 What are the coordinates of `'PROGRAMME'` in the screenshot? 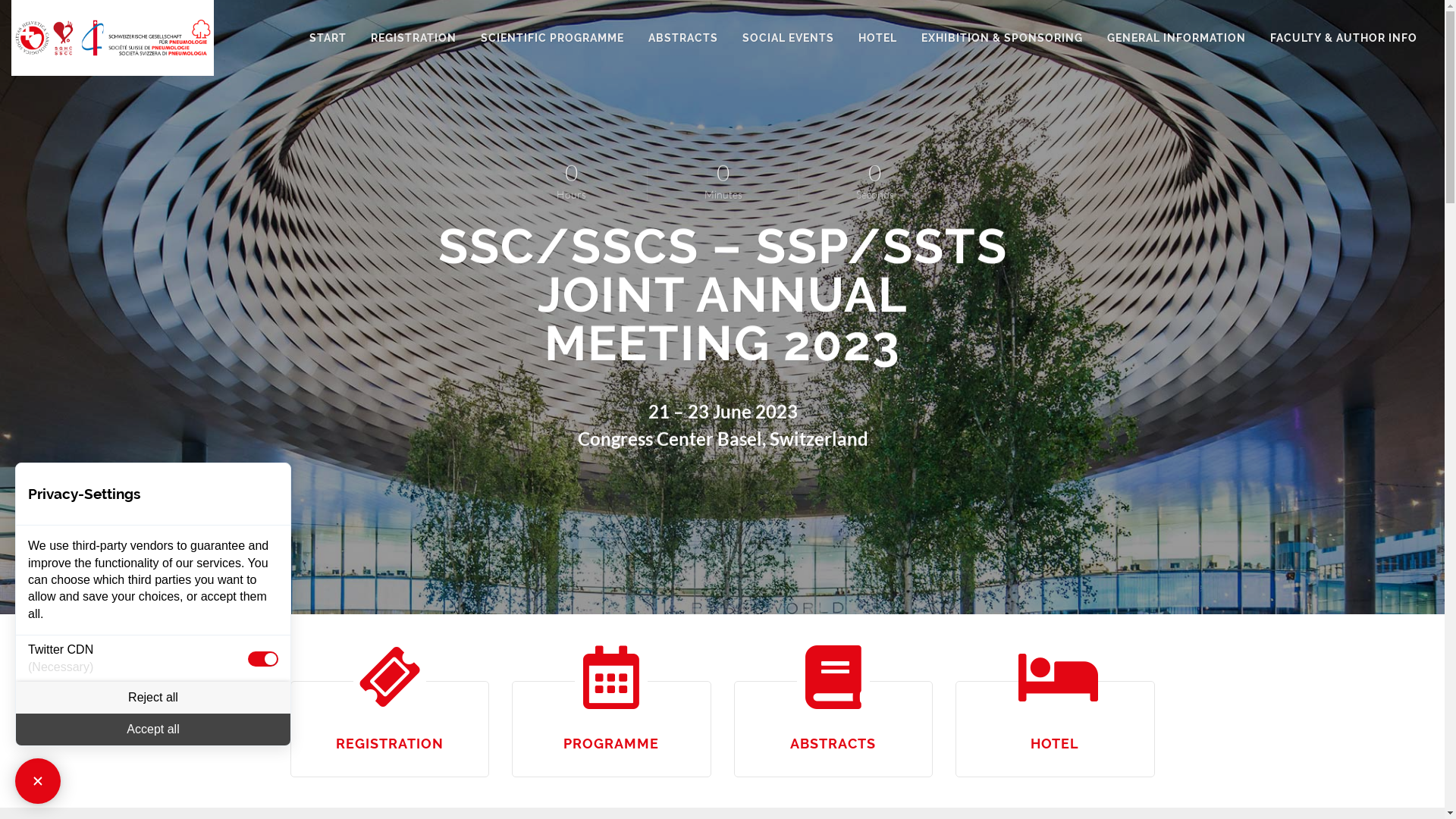 It's located at (611, 742).